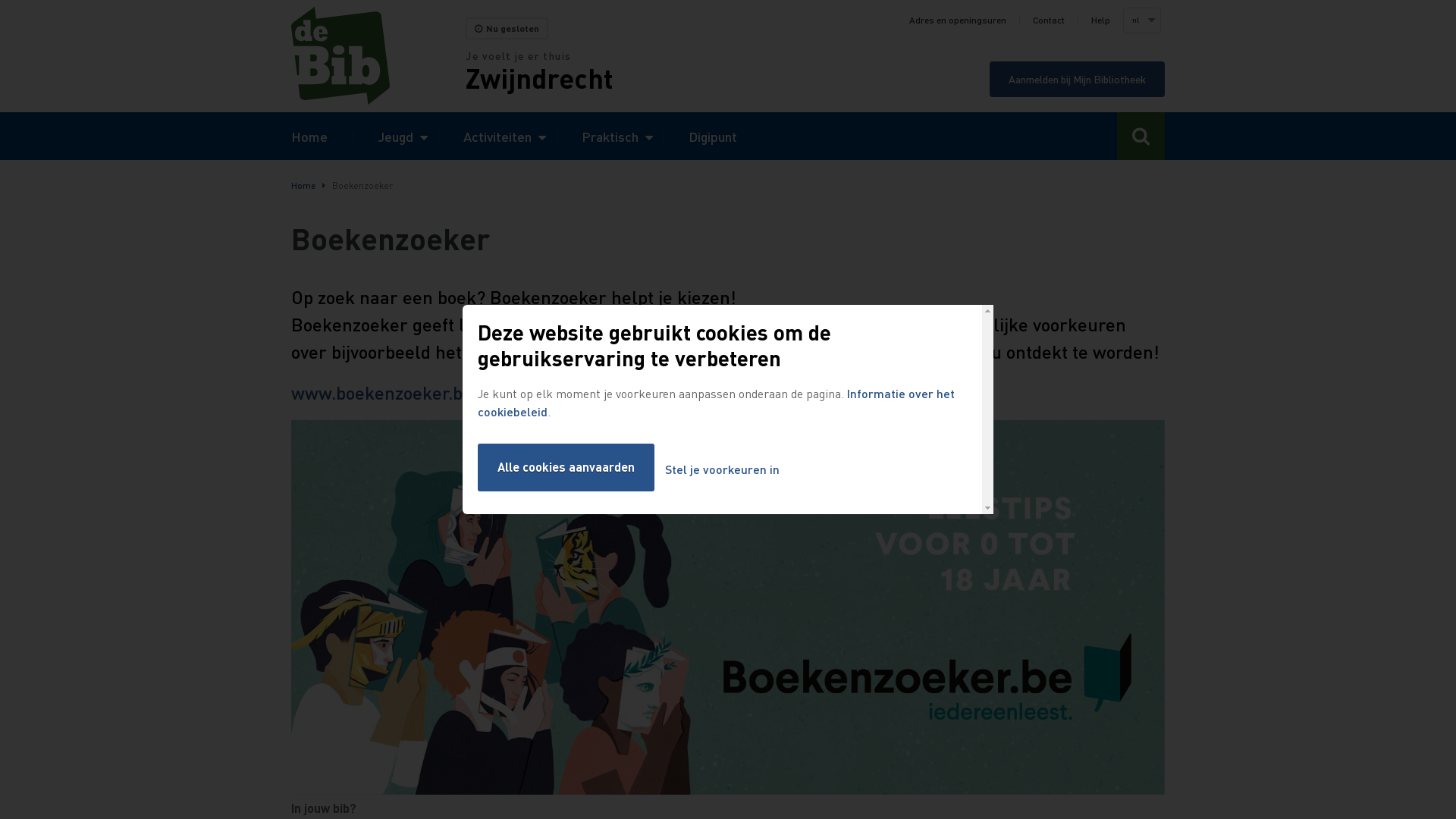  I want to click on 'Help', so click(1100, 20).